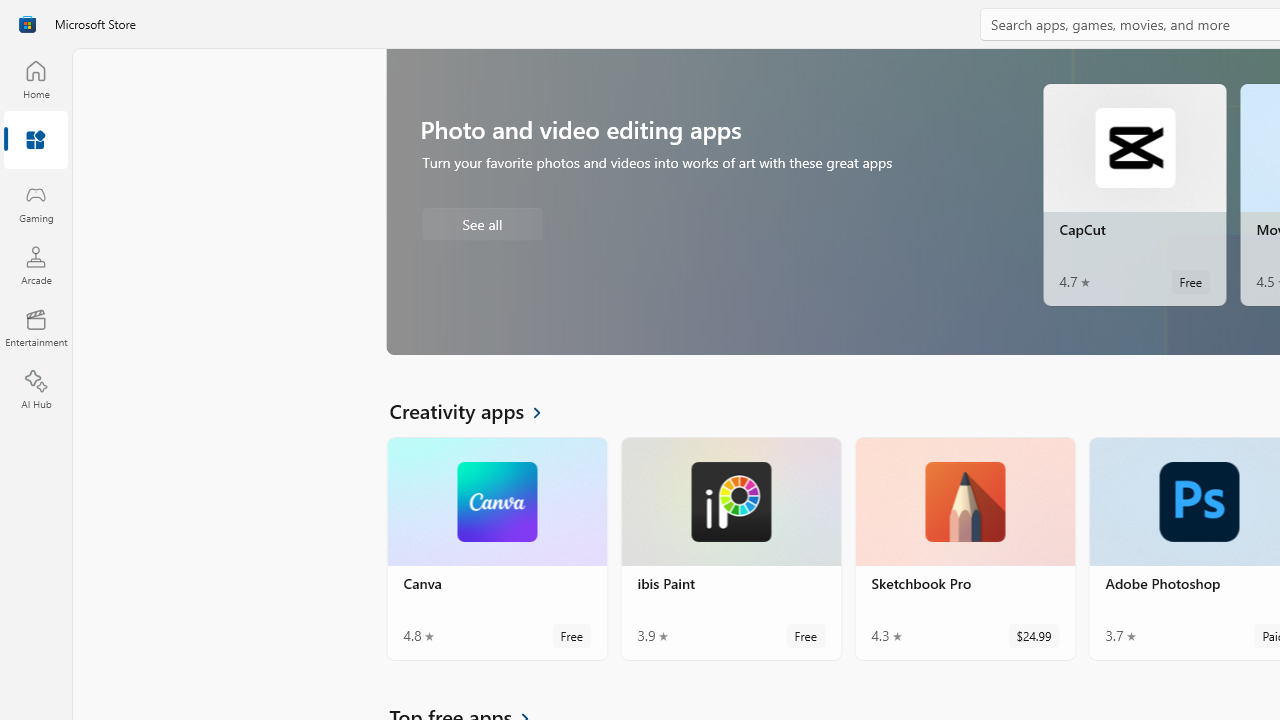 Image resolution: width=1280 pixels, height=720 pixels. Describe the element at coordinates (27, 24) in the screenshot. I see `'Class: Image'` at that location.